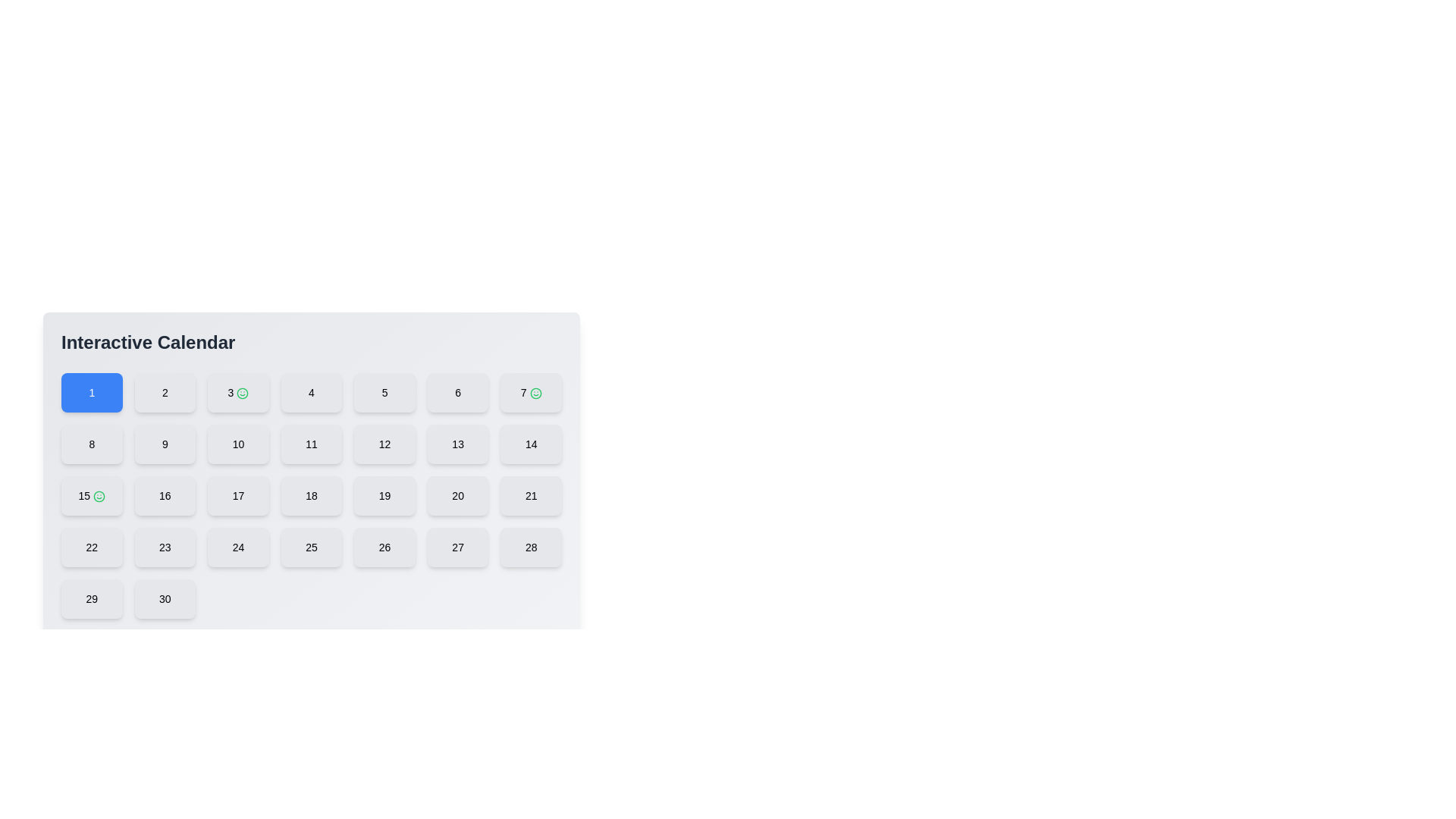 The image size is (1456, 819). Describe the element at coordinates (165, 547) in the screenshot. I see `the button labeled '23' which is styled with a gray background and located in the fourth row and third column of the calendar grid` at that location.